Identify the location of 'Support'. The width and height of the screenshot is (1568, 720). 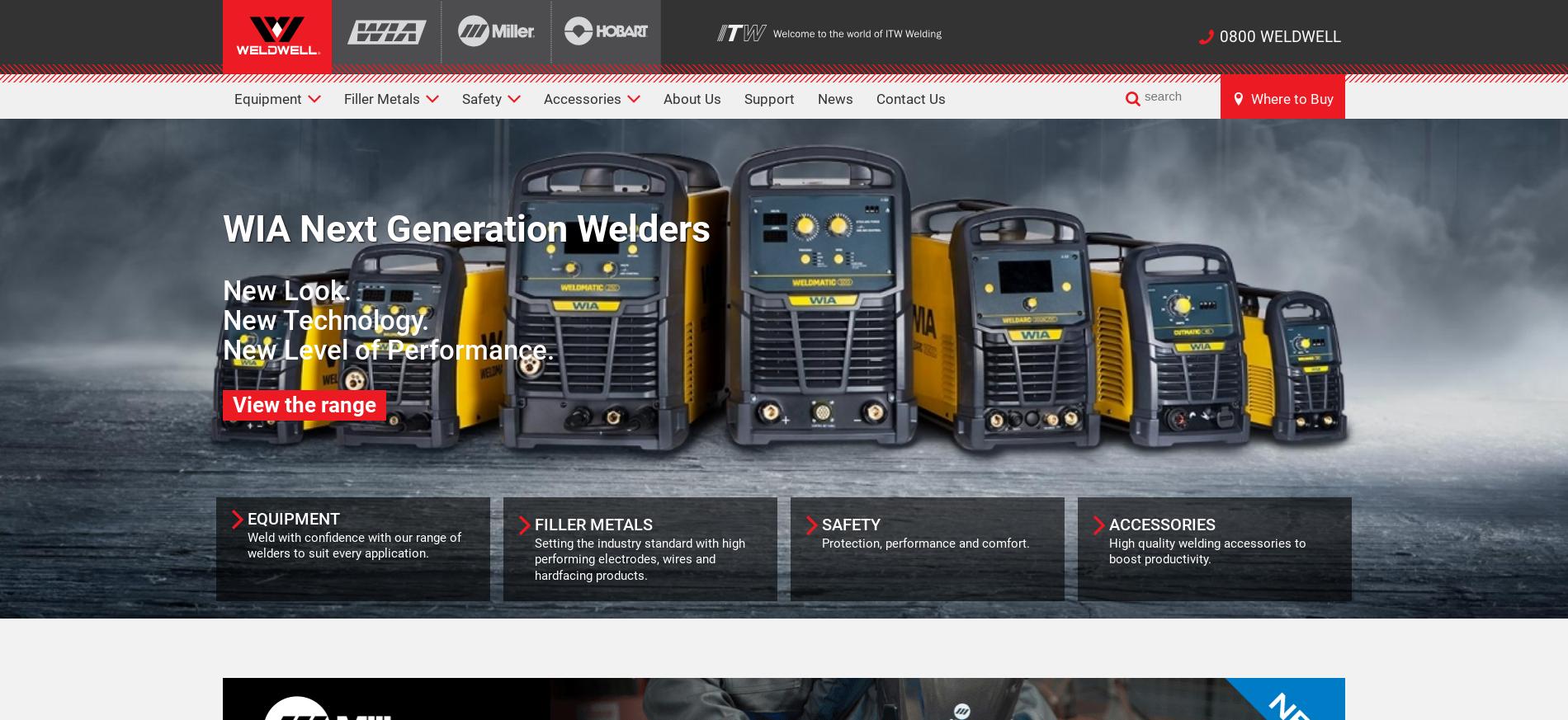
(768, 99).